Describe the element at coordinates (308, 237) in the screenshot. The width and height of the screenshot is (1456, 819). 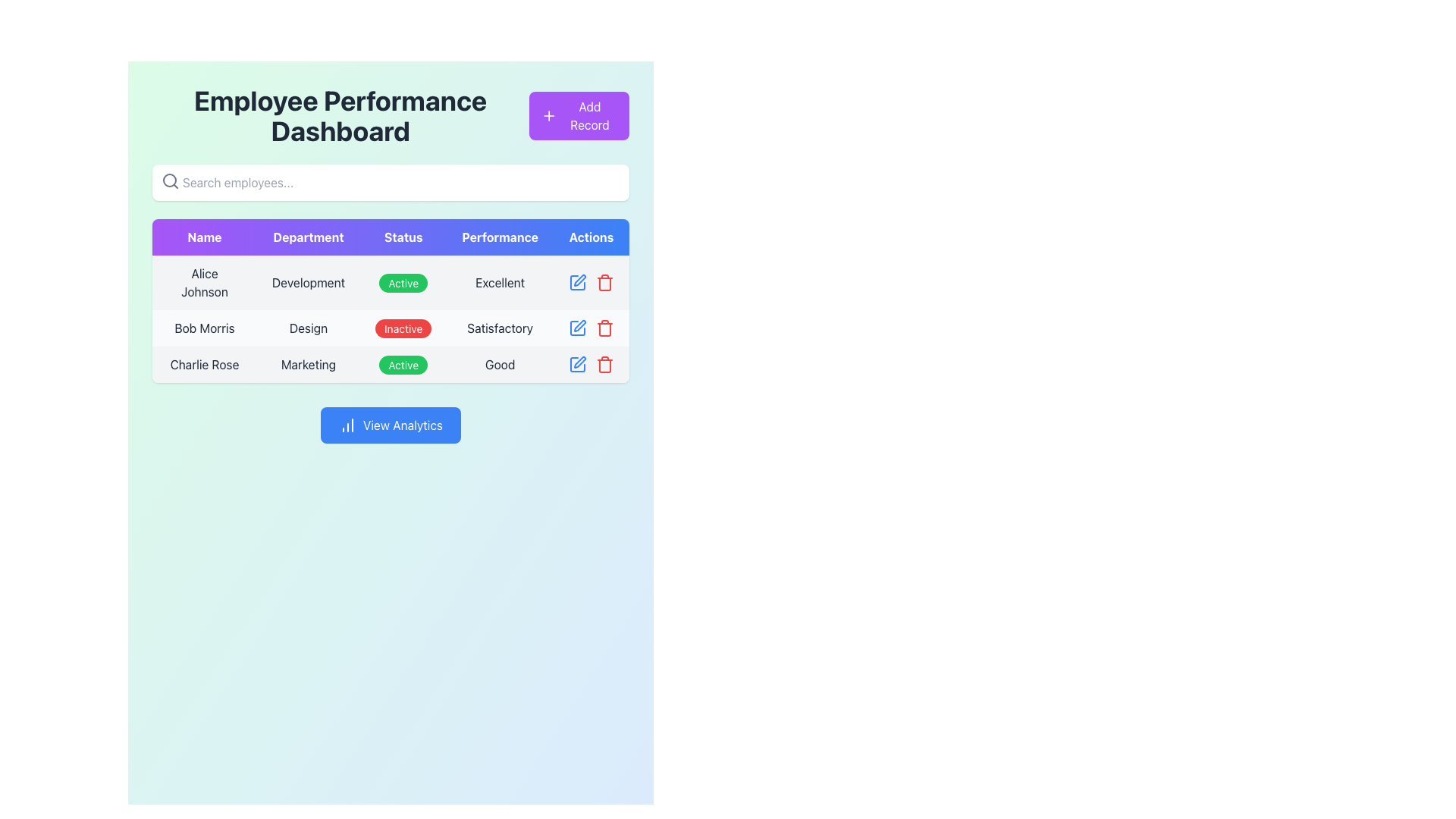
I see `the 'Departments' text label, which is the second column header in the table, located between 'Name' and 'Status'` at that location.